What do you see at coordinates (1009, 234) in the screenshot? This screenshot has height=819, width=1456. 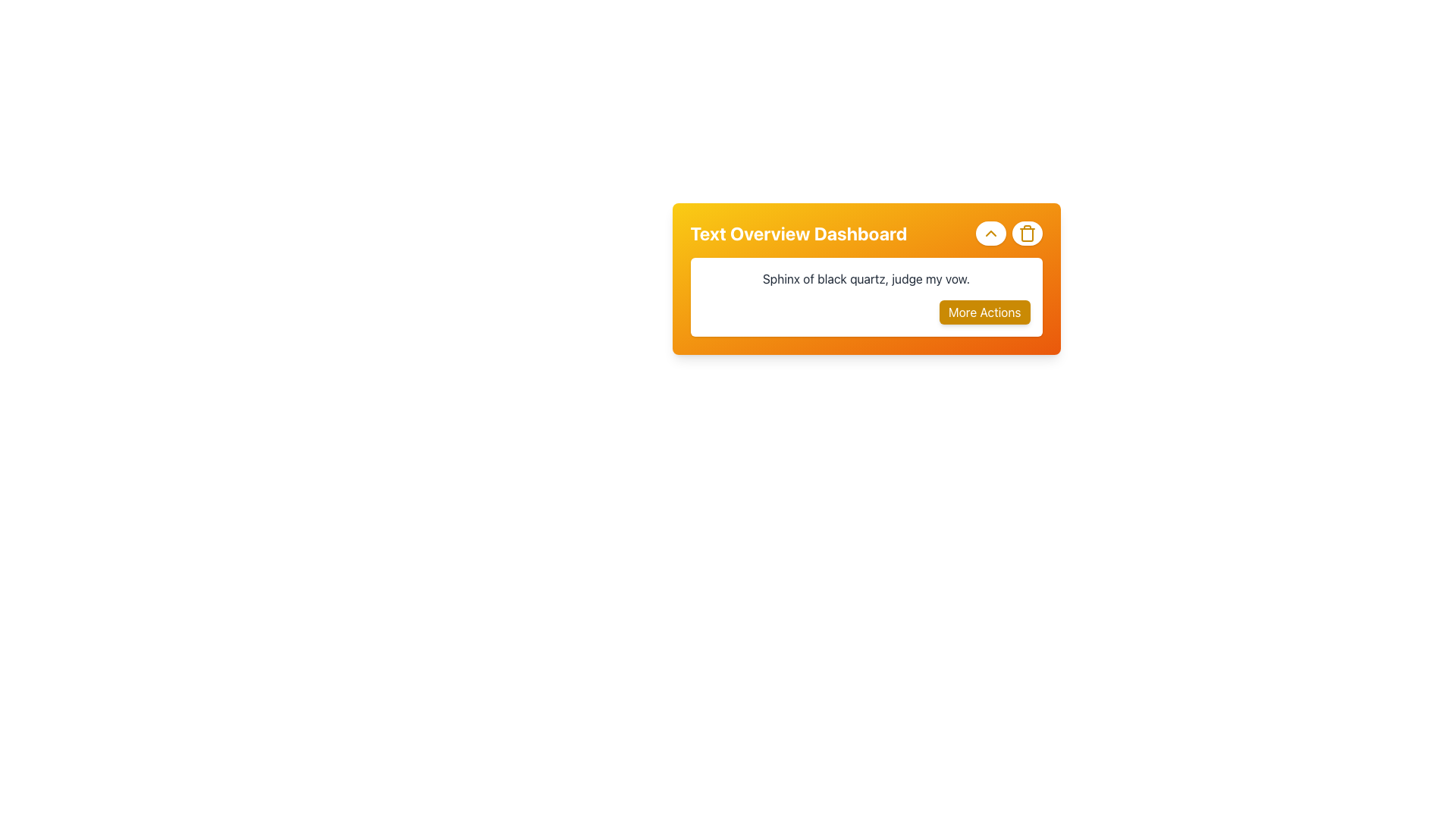 I see `the button consisting of two interactive icons (an upward-facing chevron and a trash can) located in the top-right corner of the 'Text Overview Dashboard'` at bounding box center [1009, 234].